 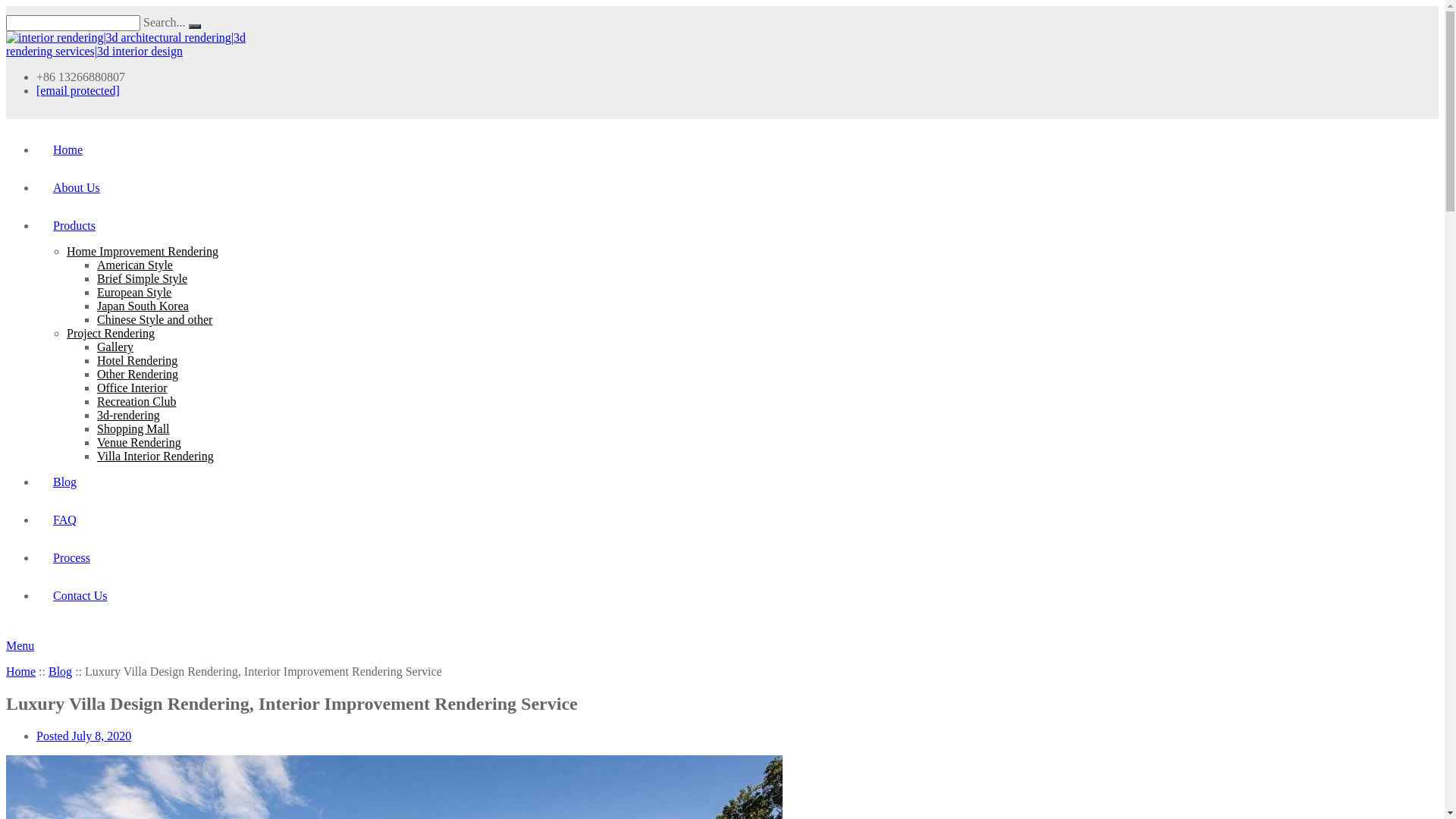 I want to click on 'Home Improvement Rendering', so click(x=142, y=250).